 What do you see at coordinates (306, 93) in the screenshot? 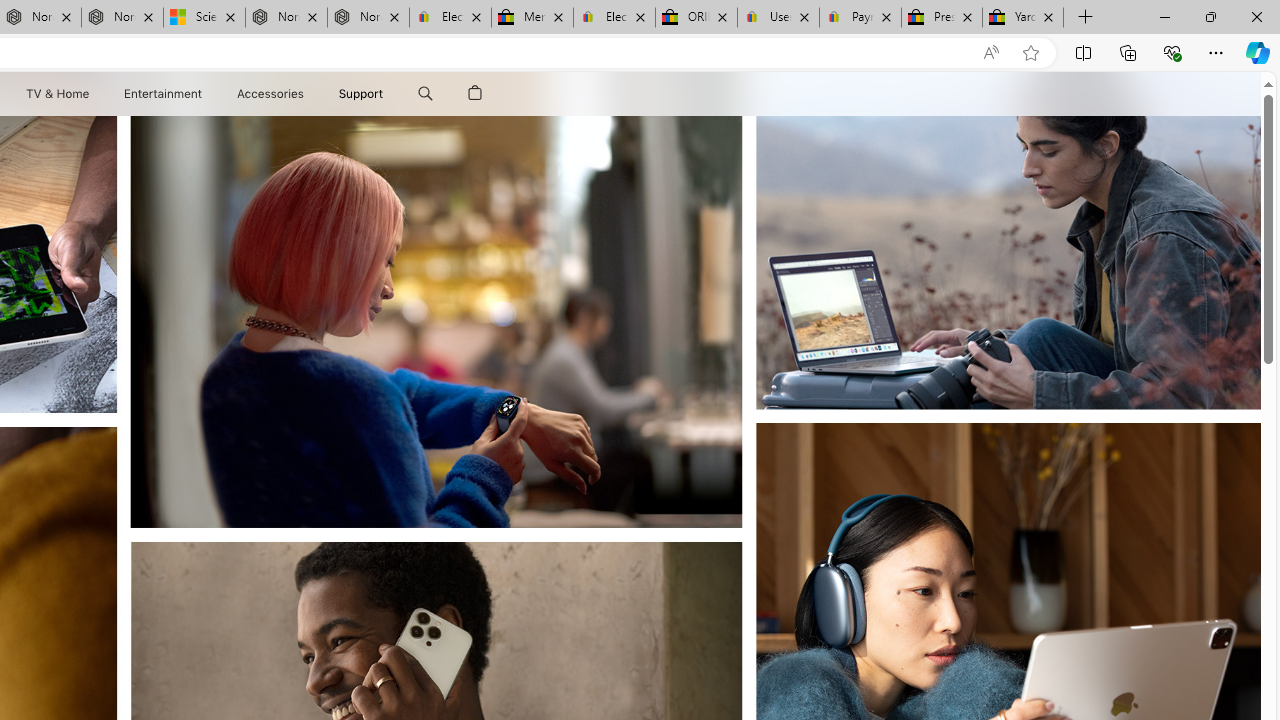
I see `'Accessories menu'` at bounding box center [306, 93].